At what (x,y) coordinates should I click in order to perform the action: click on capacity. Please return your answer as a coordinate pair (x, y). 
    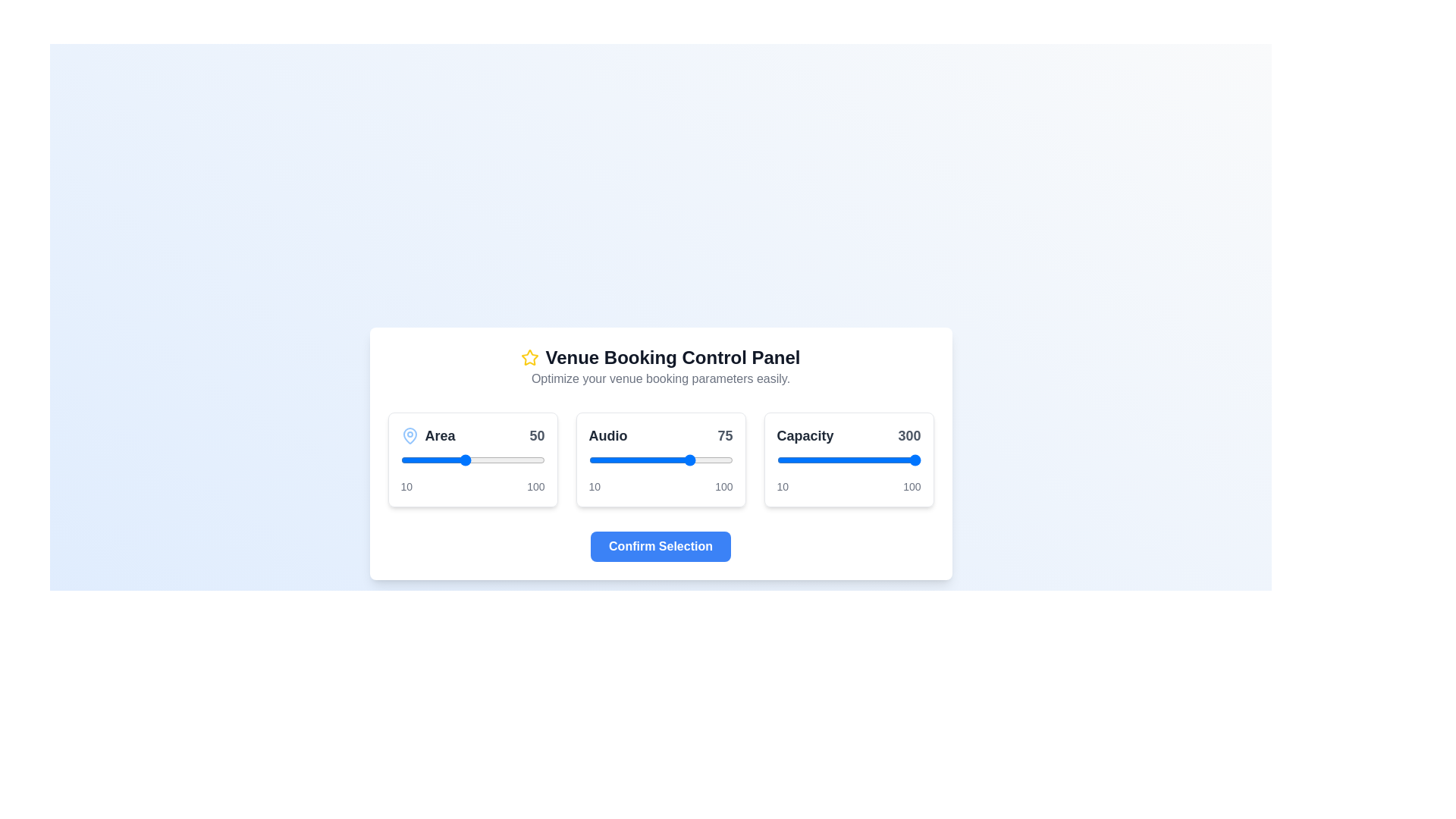
    Looking at the image, I should click on (792, 459).